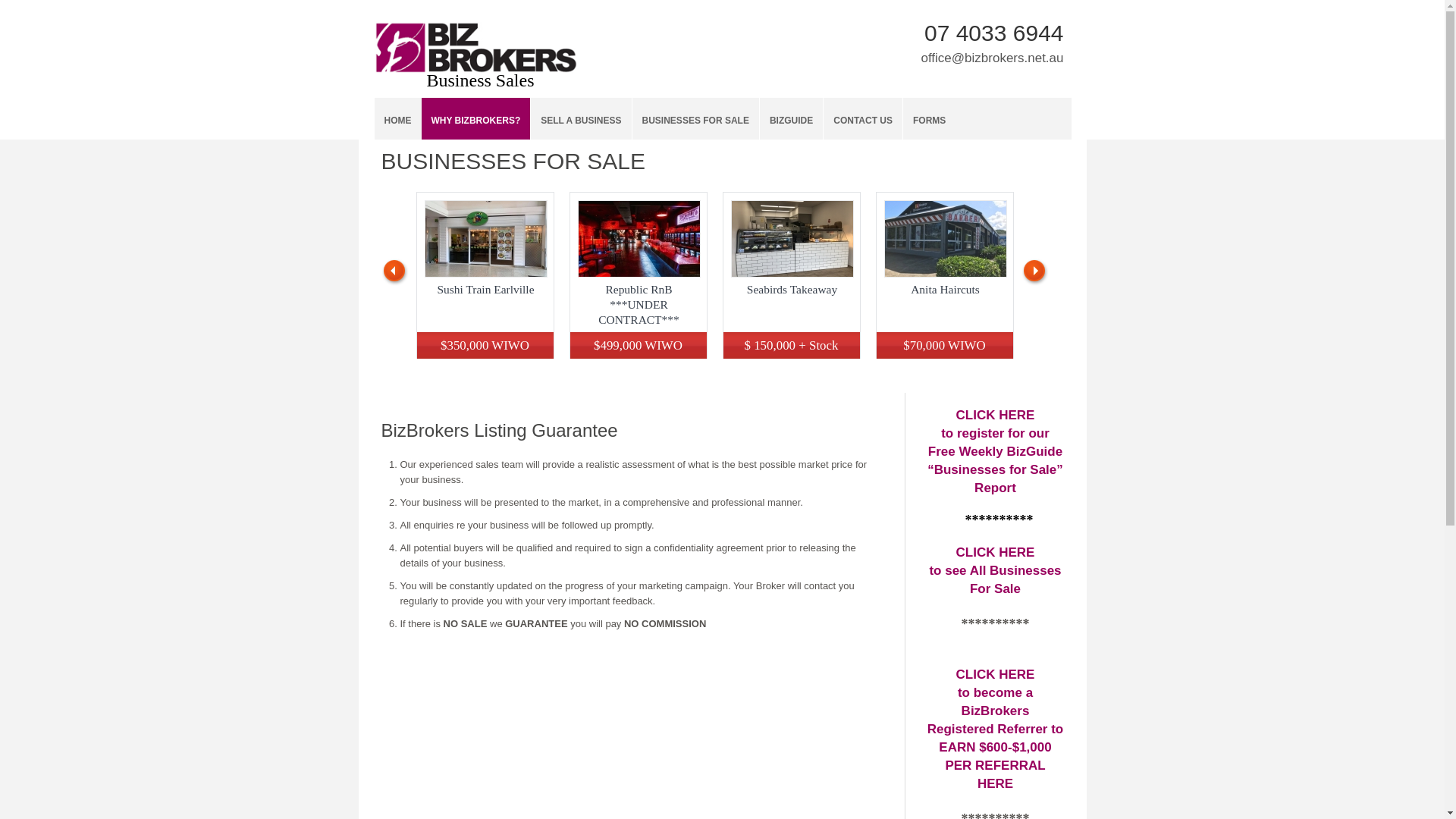 The image size is (1456, 819). I want to click on 'CLICK HERE, so click(994, 570).